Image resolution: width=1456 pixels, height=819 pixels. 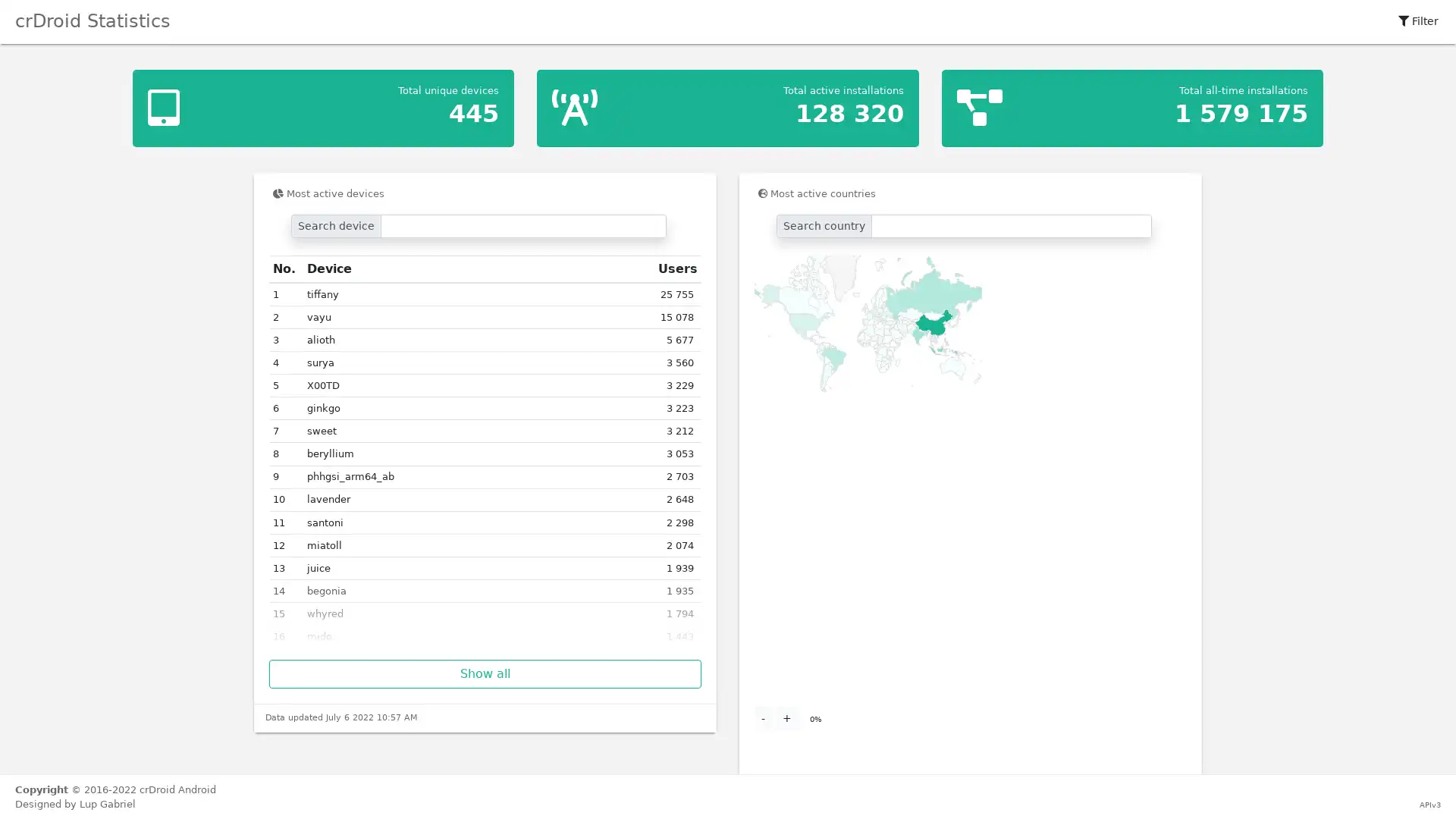 I want to click on Filter, so click(x=1417, y=21).